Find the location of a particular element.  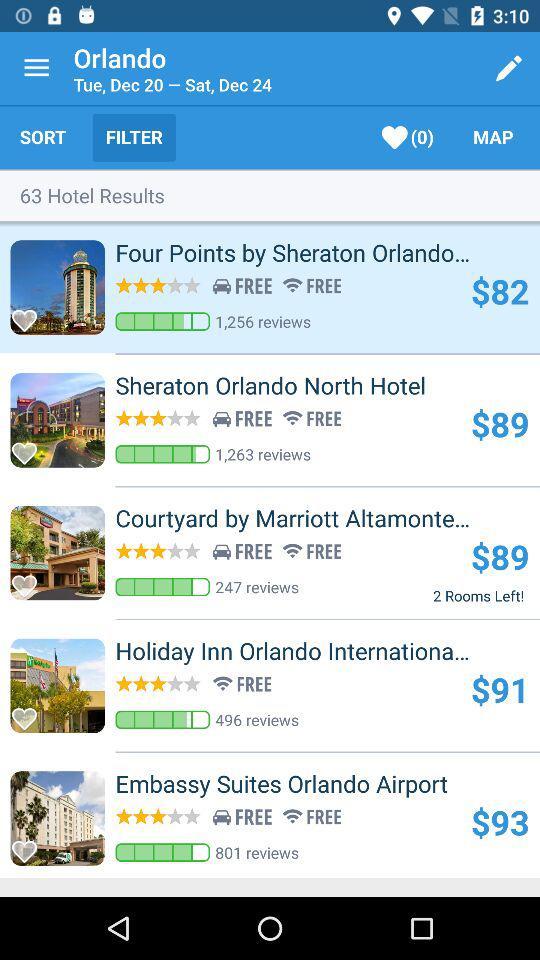

item next to orlando item is located at coordinates (36, 68).